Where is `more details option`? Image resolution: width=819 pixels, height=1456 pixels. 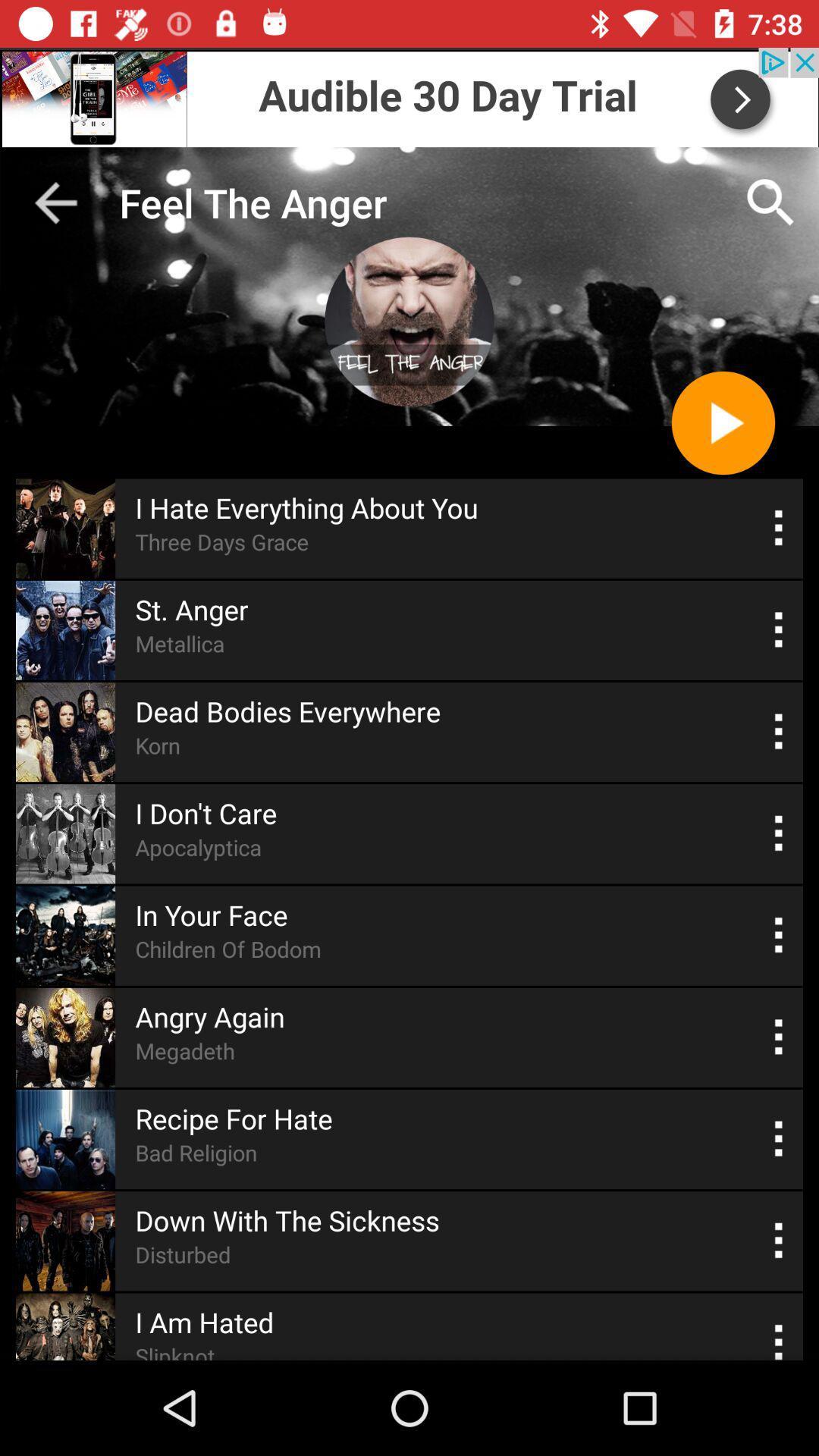 more details option is located at coordinates (779, 1339).